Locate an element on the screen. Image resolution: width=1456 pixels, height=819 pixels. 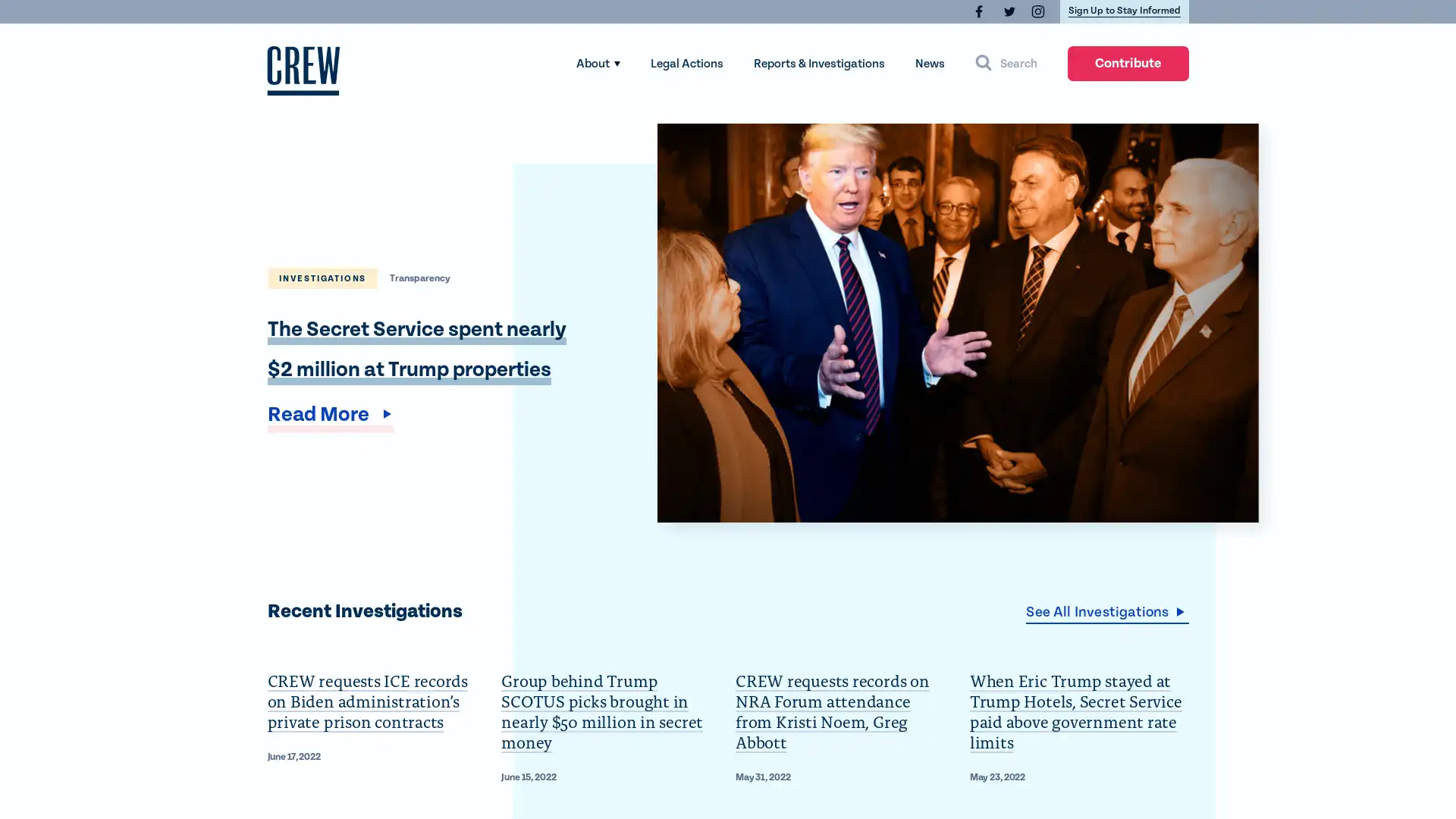
Search is located at coordinates (1006, 63).